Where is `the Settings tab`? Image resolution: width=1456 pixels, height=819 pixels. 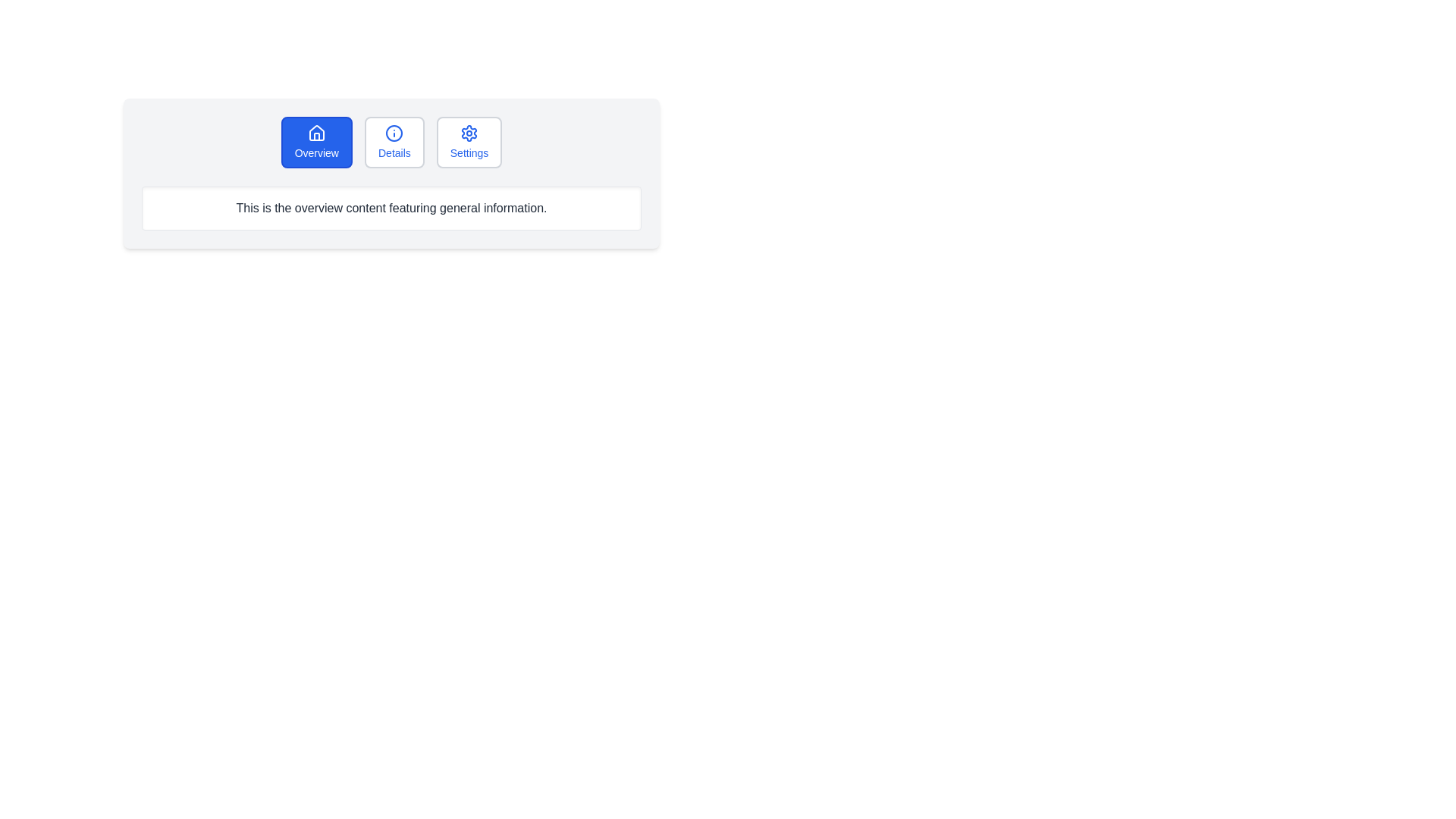
the Settings tab is located at coordinates (469, 143).